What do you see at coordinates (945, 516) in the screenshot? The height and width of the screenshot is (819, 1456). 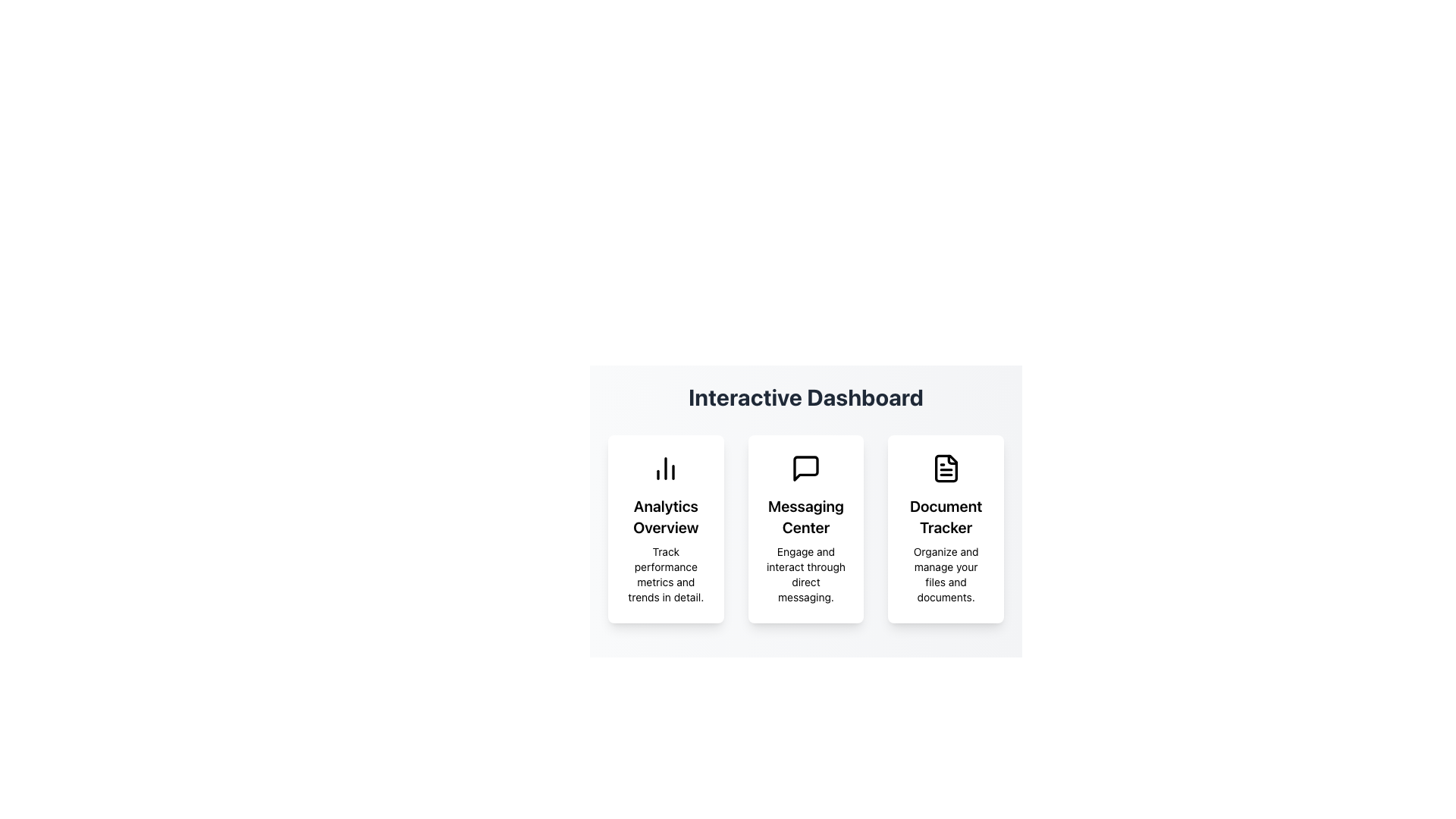 I see `the Text label that serves as the title for the 'Document Tracker' card, located in the center of the rightmost card among three horizontally aligned cards` at bounding box center [945, 516].